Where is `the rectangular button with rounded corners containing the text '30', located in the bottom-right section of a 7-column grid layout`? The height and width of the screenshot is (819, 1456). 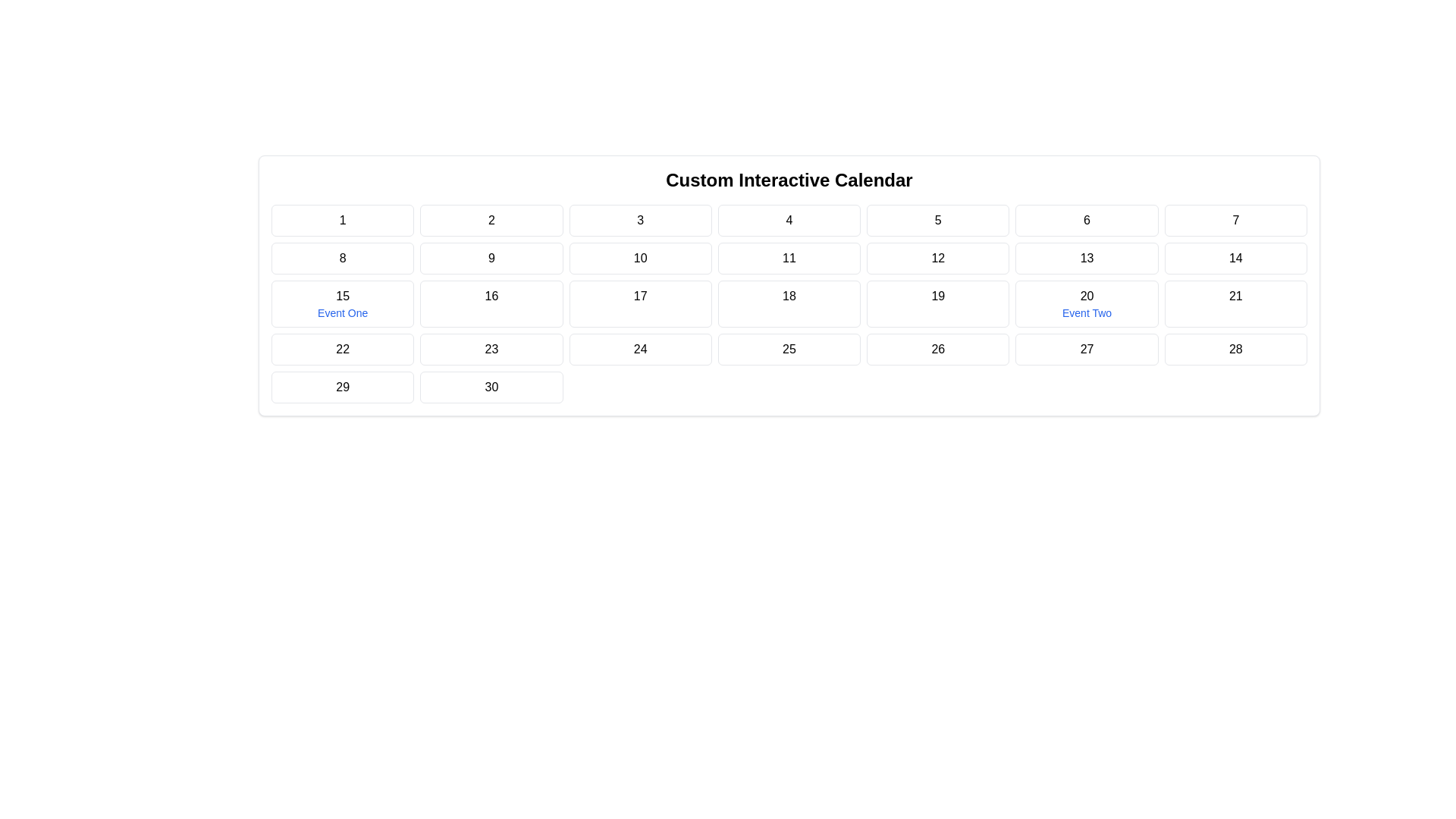
the rectangular button with rounded corners containing the text '30', located in the bottom-right section of a 7-column grid layout is located at coordinates (491, 386).